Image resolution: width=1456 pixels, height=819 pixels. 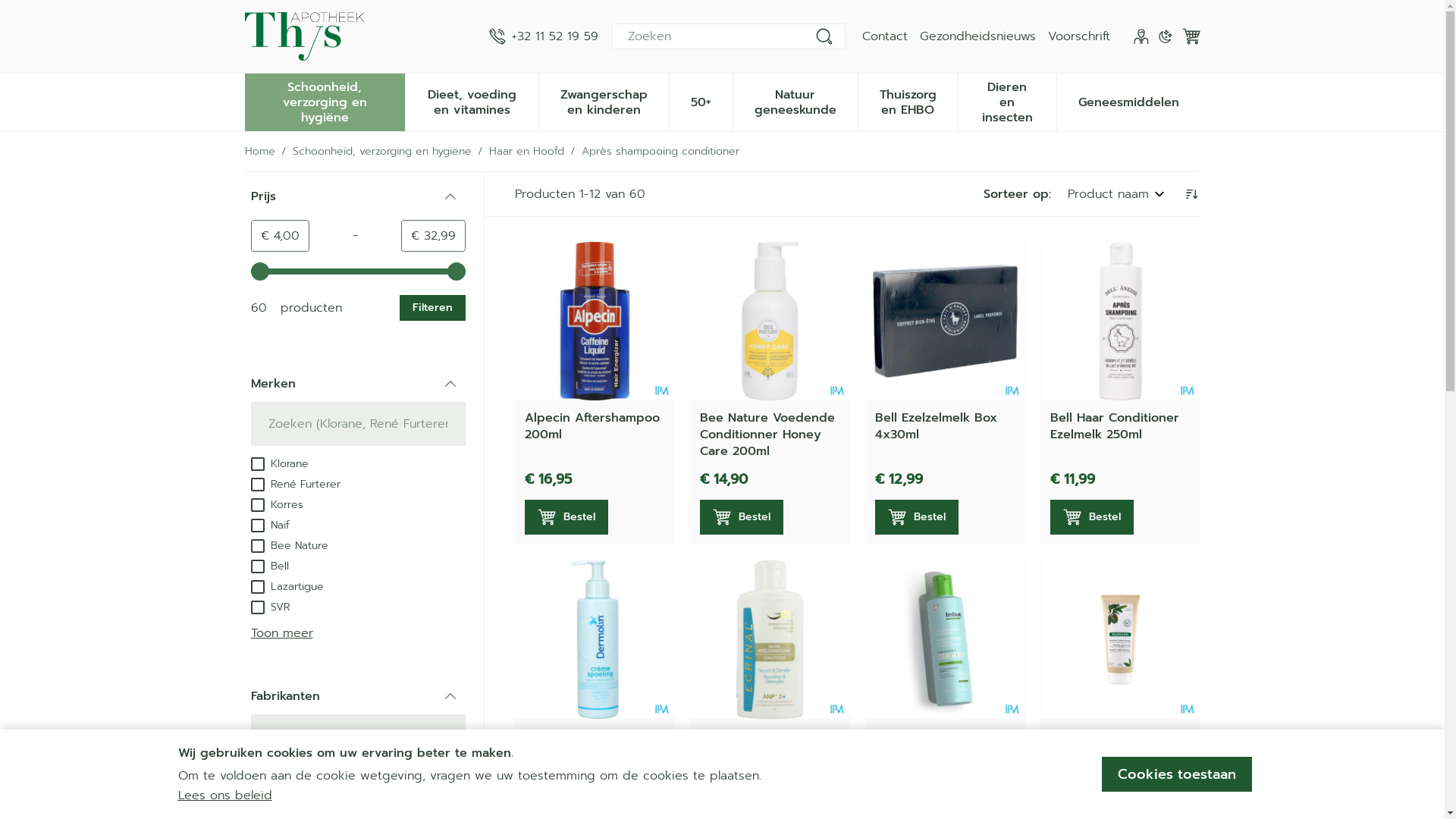 I want to click on 'Apotheek Thys', so click(x=303, y=35).